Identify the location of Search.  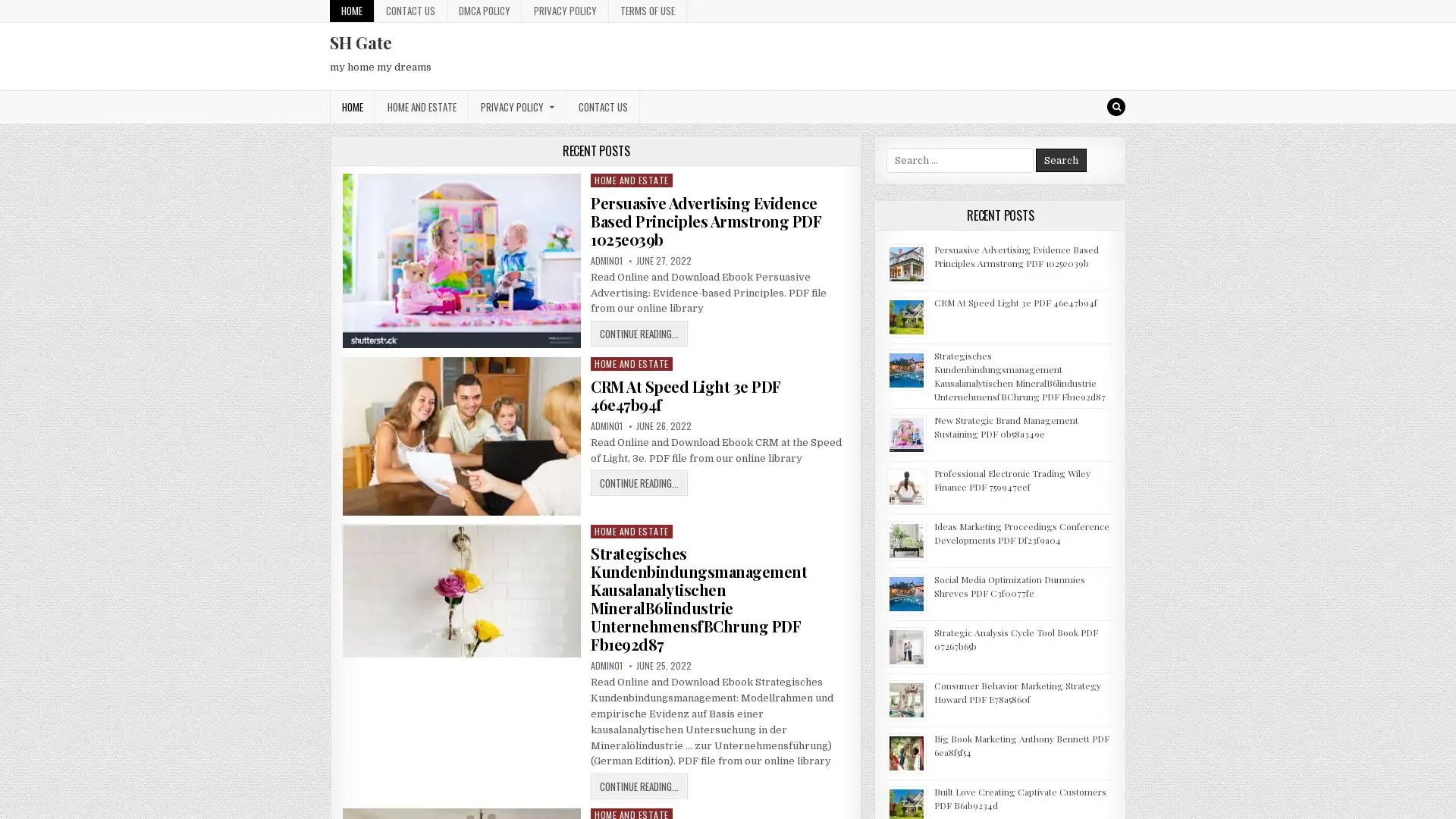
(1060, 160).